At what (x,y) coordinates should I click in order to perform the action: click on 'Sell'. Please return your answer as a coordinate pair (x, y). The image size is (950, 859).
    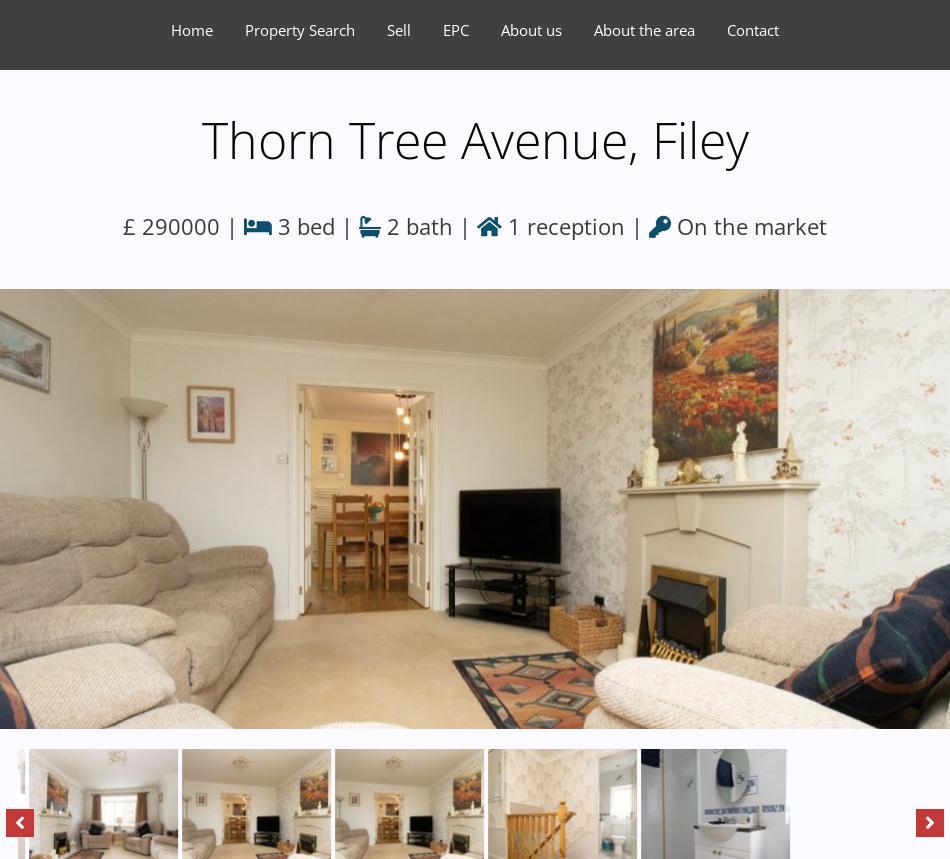
    Looking at the image, I should click on (386, 29).